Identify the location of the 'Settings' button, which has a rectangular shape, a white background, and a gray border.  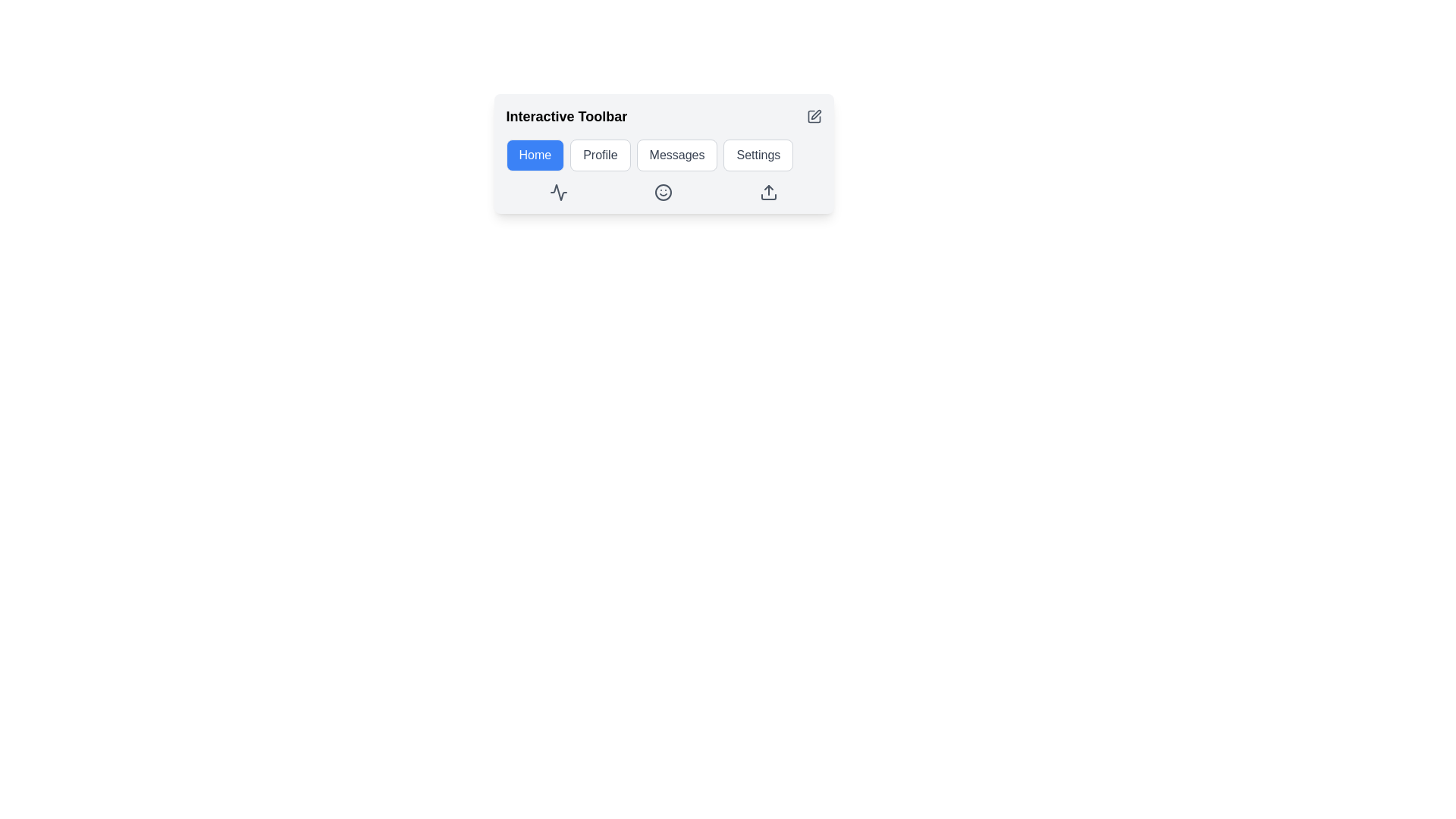
(758, 155).